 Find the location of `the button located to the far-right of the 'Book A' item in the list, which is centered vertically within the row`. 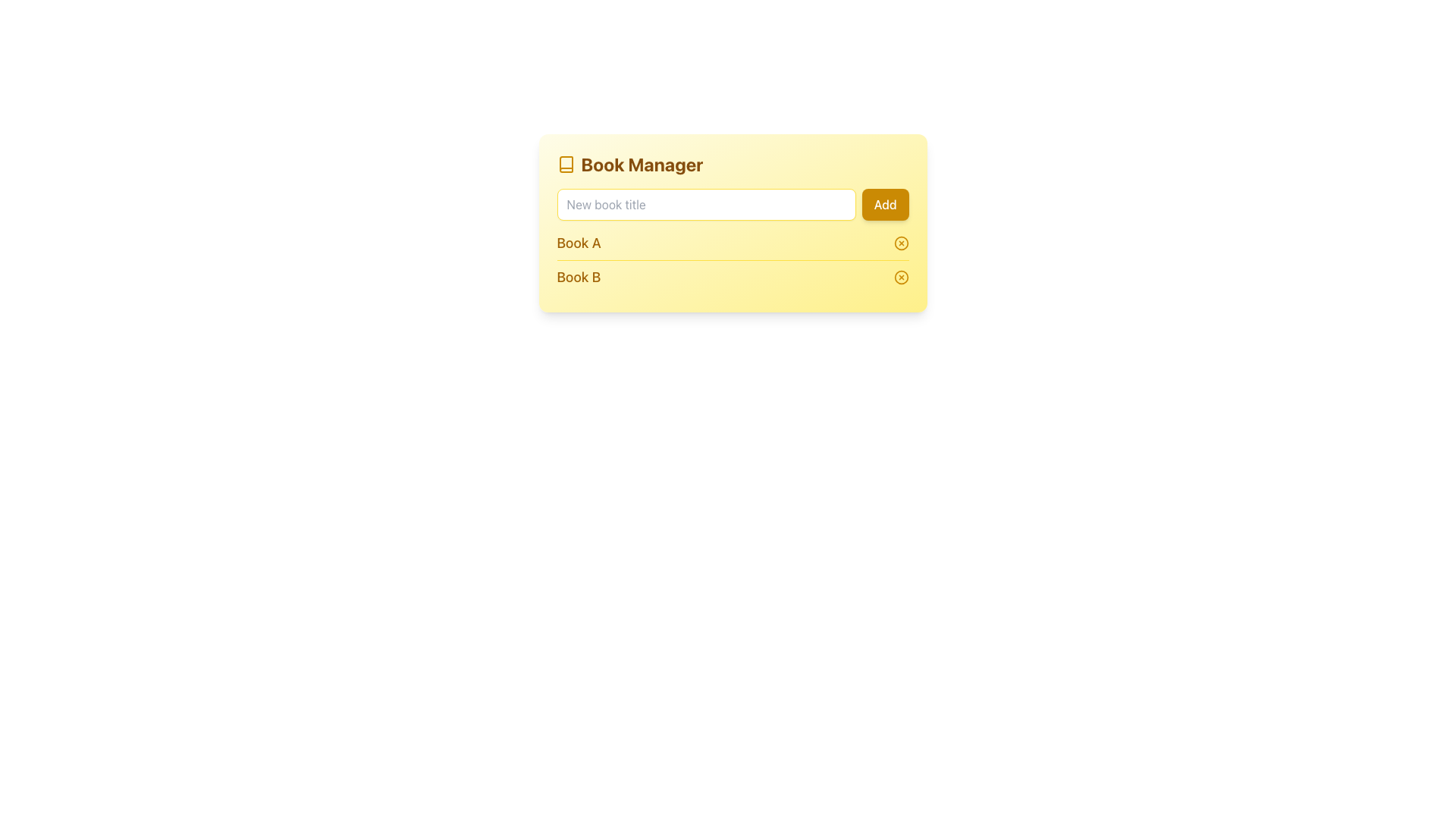

the button located to the far-right of the 'Book A' item in the list, which is centered vertically within the row is located at coordinates (901, 242).